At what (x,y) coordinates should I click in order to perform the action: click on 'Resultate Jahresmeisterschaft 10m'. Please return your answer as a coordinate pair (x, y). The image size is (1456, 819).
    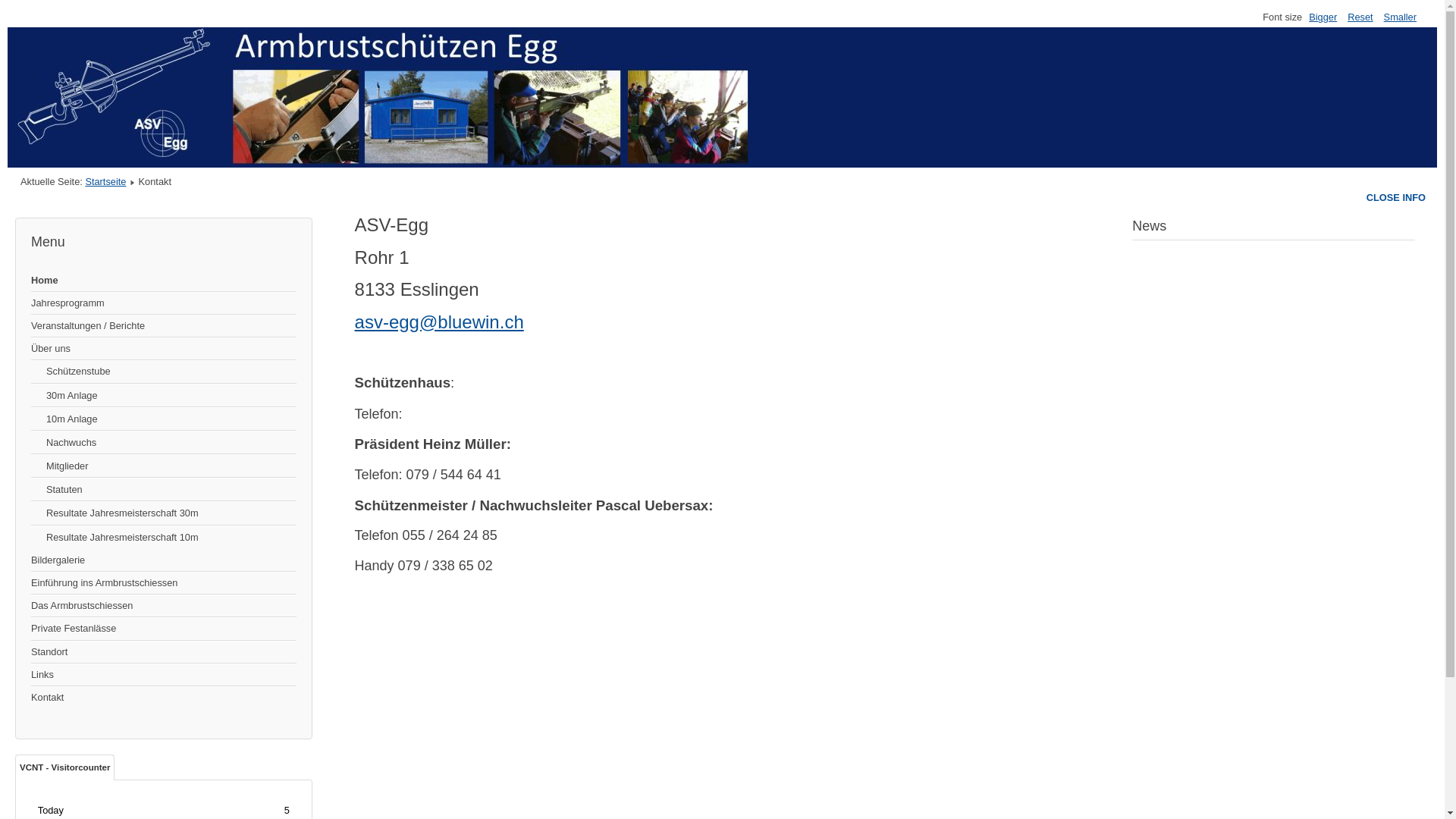
    Looking at the image, I should click on (164, 536).